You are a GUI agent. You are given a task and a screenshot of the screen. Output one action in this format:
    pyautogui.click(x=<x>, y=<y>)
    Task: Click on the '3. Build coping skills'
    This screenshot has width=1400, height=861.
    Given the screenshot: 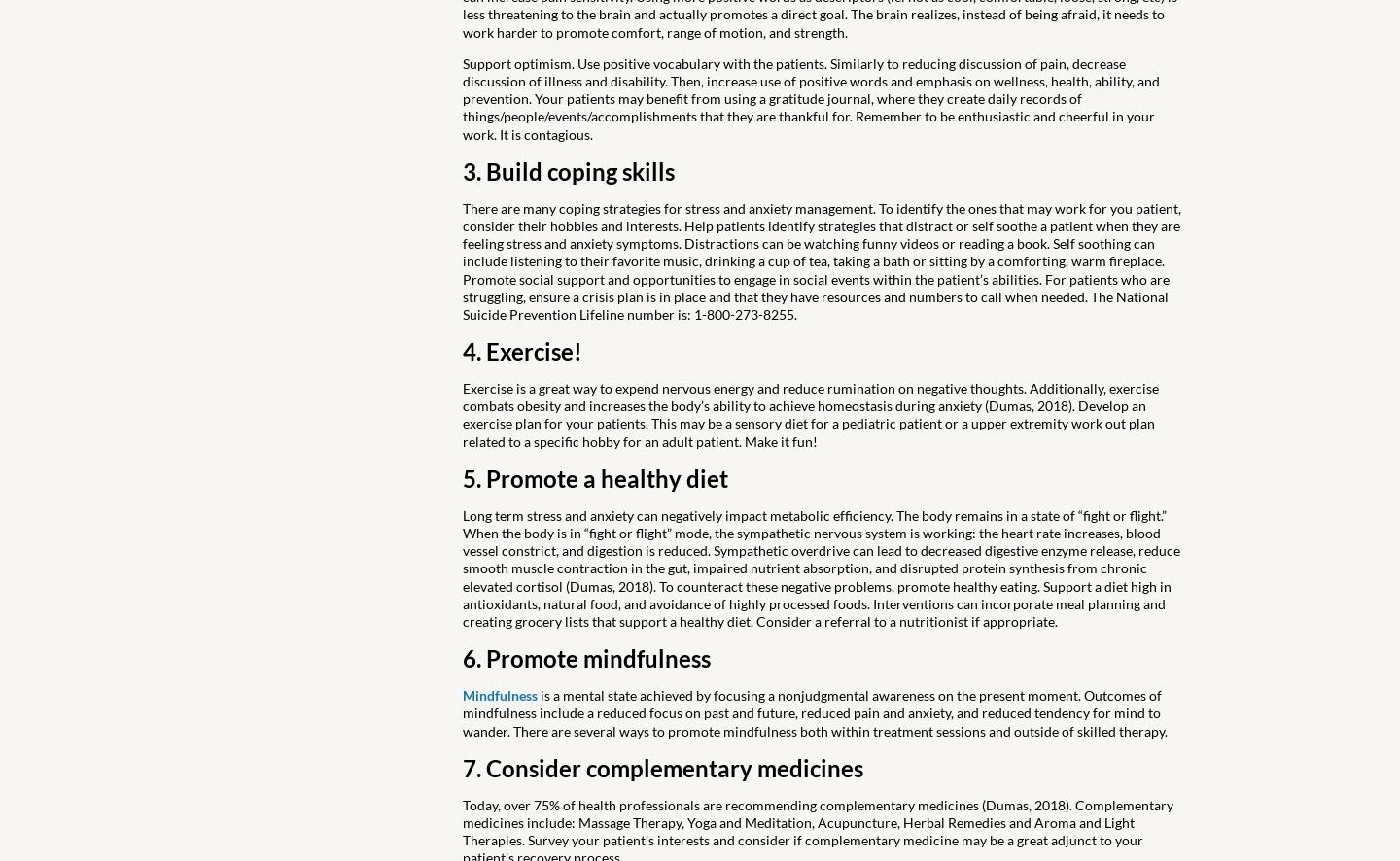 What is the action you would take?
    pyautogui.click(x=568, y=169)
    